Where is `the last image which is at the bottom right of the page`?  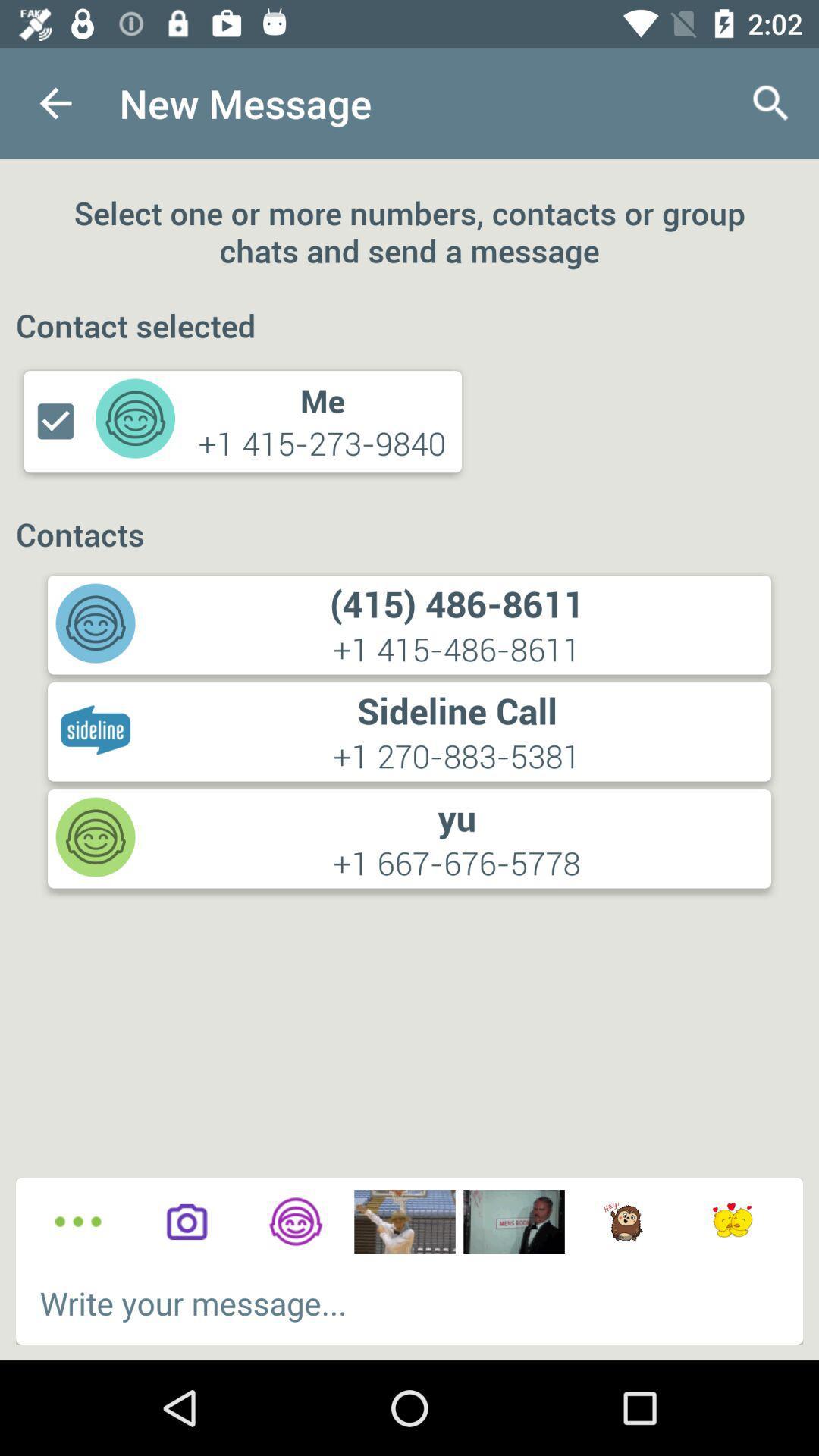
the last image which is at the bottom right of the page is located at coordinates (731, 1222).